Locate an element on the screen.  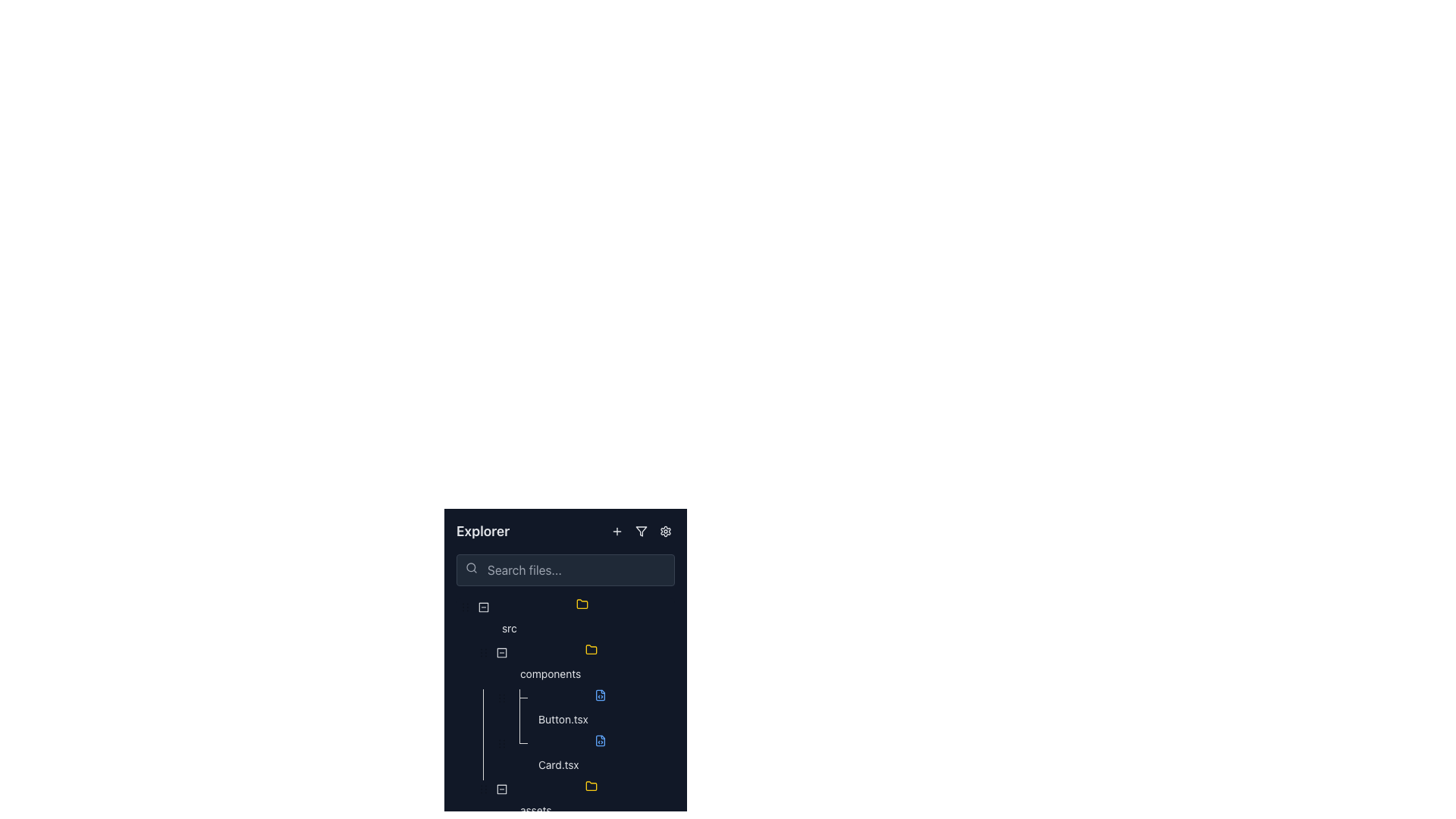
the compact blue icon resembling a document with angle brackets located near the 'Button.tsx' text is located at coordinates (603, 698).